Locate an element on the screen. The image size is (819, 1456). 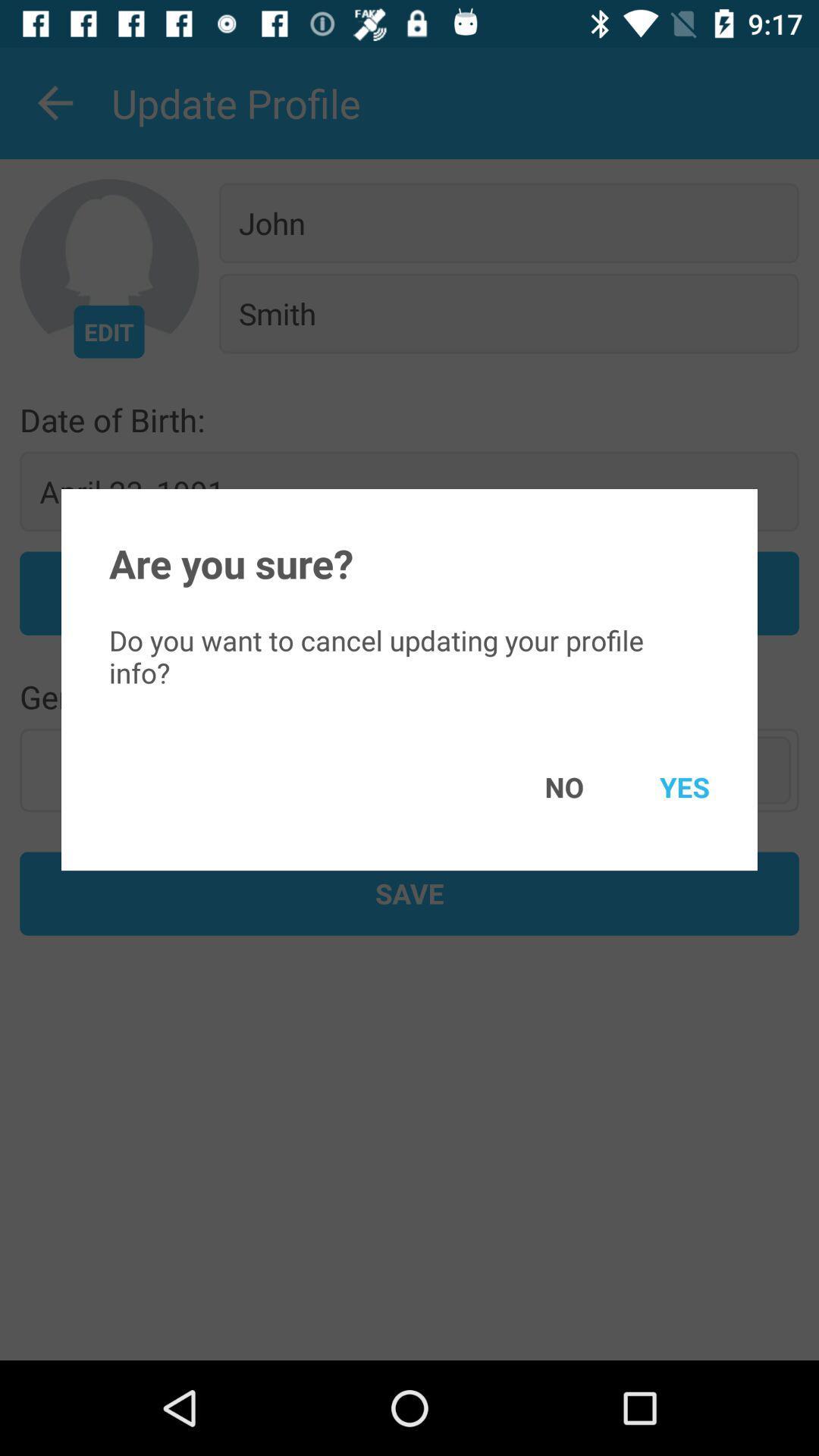
icon below the do you want item is located at coordinates (662, 786).